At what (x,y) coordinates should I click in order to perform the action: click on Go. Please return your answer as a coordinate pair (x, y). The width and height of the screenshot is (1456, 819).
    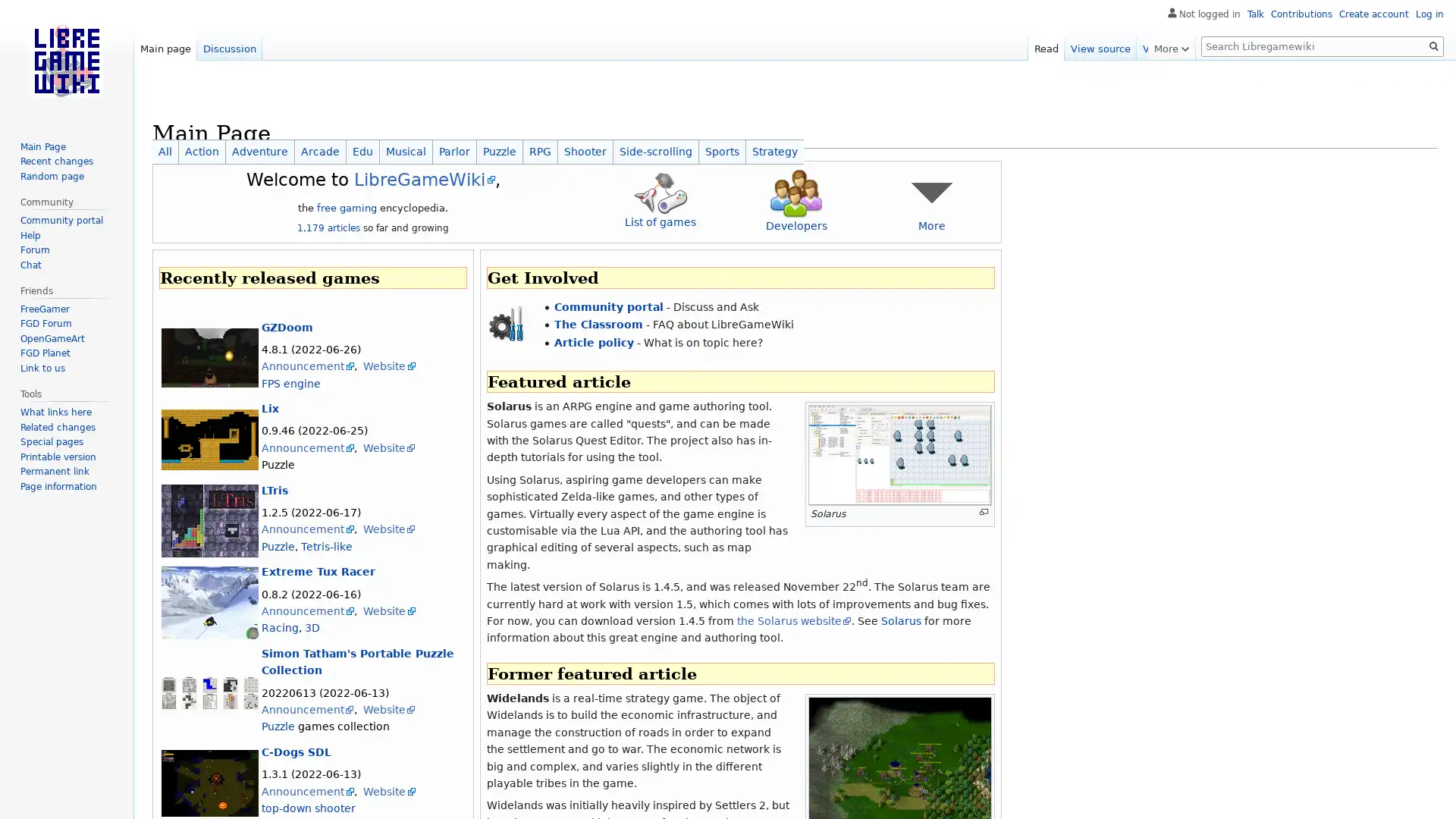
    Looking at the image, I should click on (1433, 45).